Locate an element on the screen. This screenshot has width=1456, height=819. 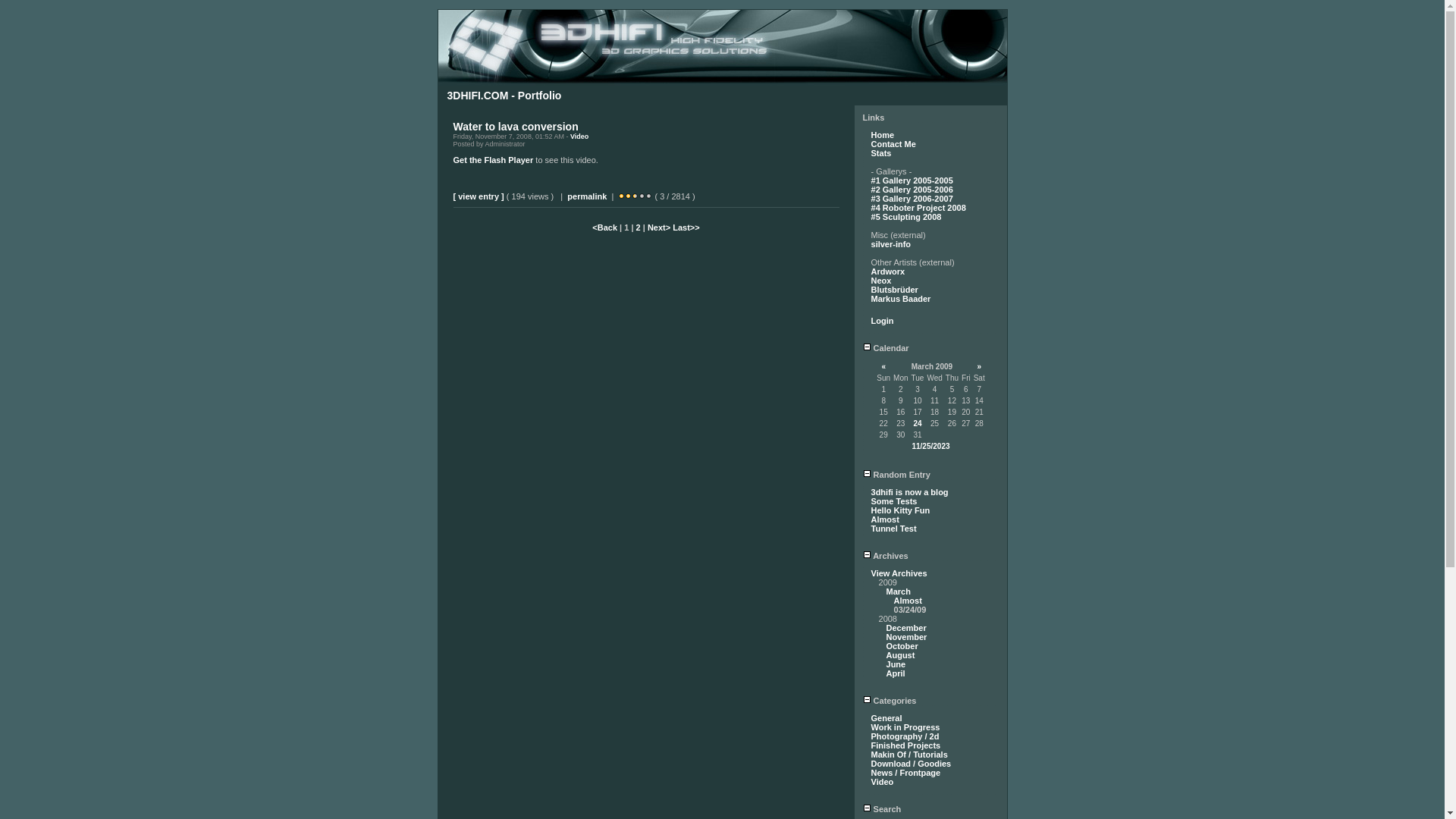
'Ardworx' is located at coordinates (888, 271).